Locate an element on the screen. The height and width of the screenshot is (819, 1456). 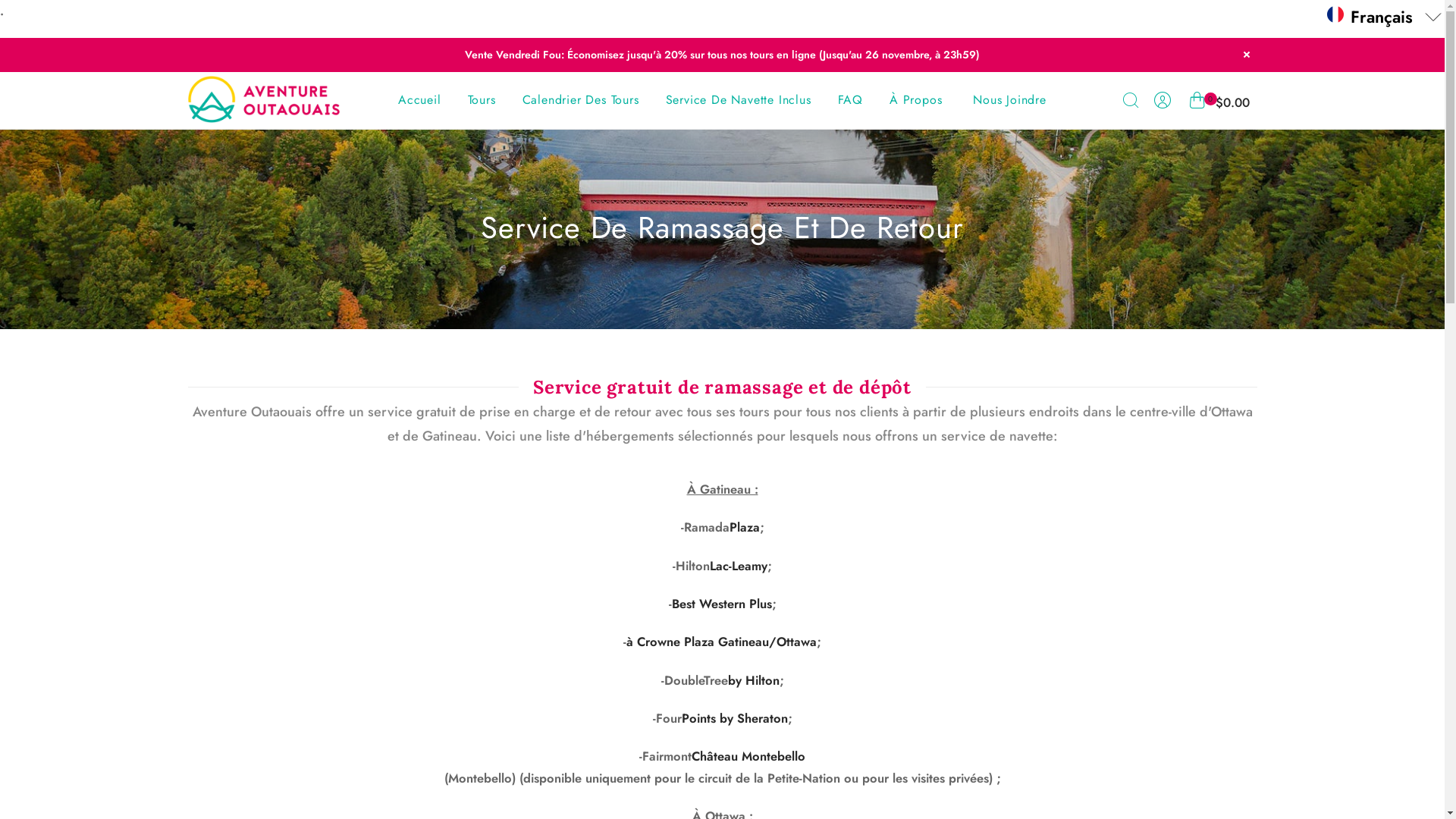
'Points by Sheraton' is located at coordinates (734, 717).